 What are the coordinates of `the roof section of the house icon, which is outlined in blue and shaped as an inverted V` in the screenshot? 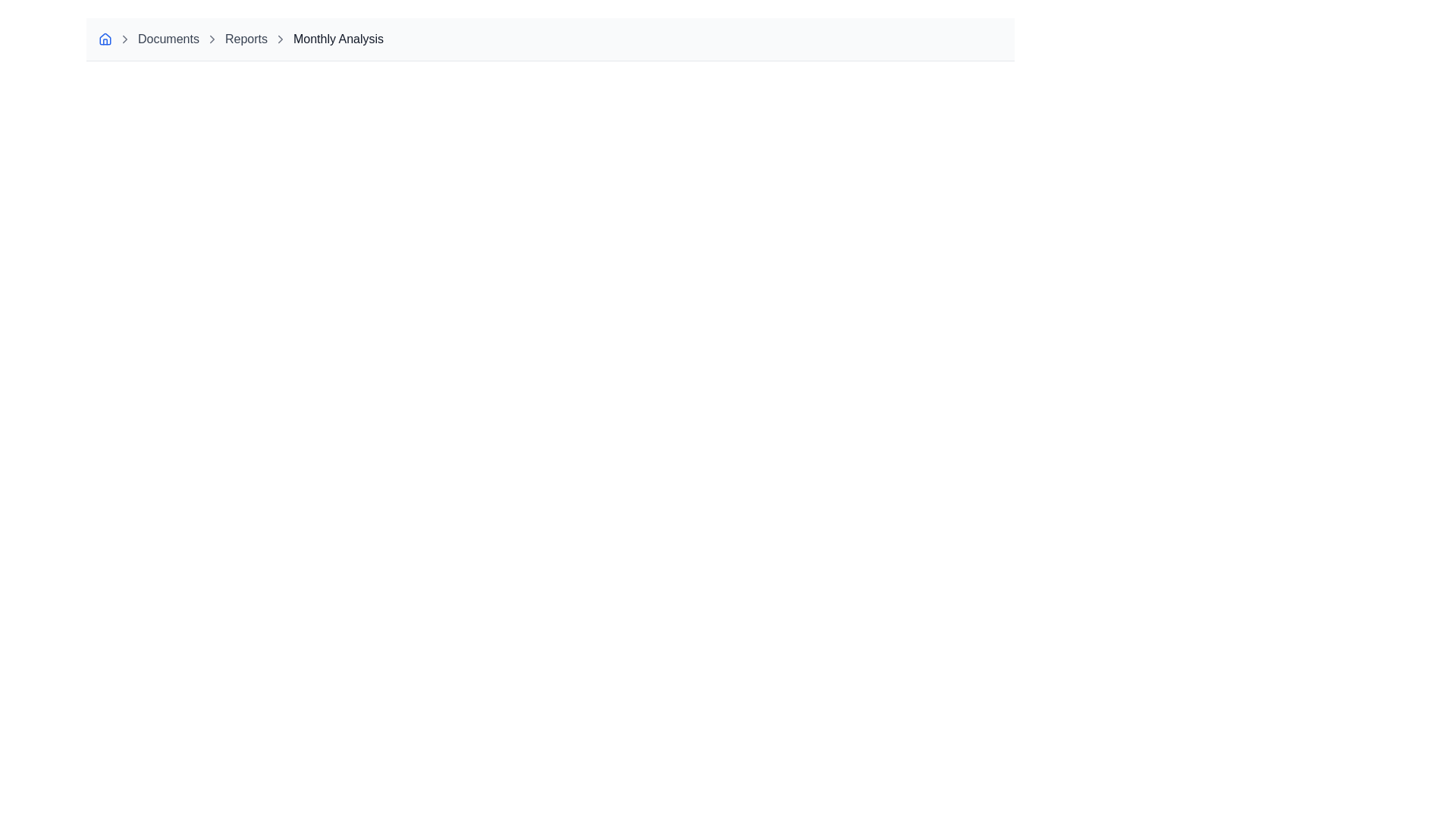 It's located at (105, 37).